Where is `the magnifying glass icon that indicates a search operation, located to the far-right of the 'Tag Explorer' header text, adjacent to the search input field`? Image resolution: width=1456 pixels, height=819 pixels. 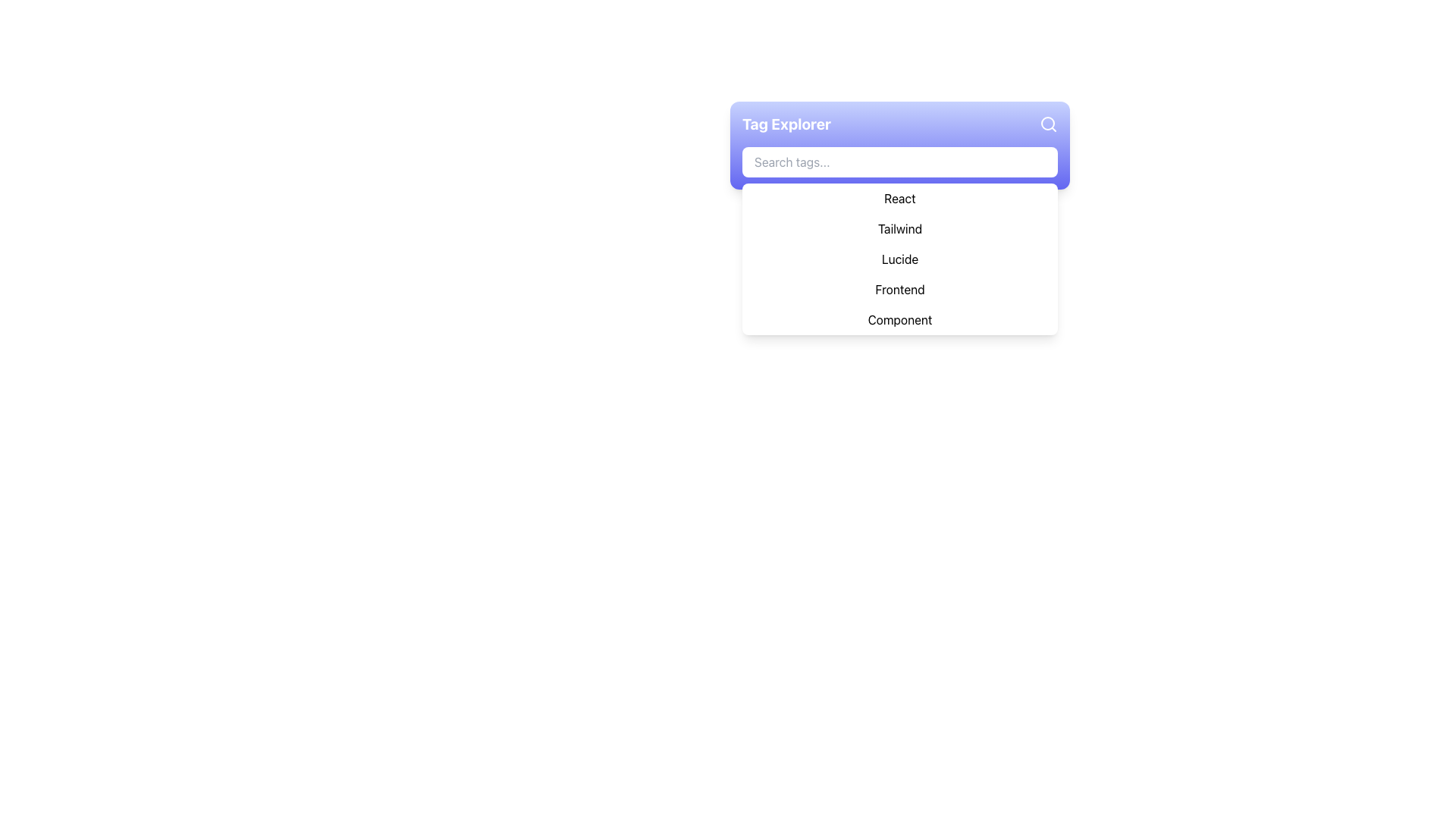 the magnifying glass icon that indicates a search operation, located to the far-right of the 'Tag Explorer' header text, adjacent to the search input field is located at coordinates (1047, 124).